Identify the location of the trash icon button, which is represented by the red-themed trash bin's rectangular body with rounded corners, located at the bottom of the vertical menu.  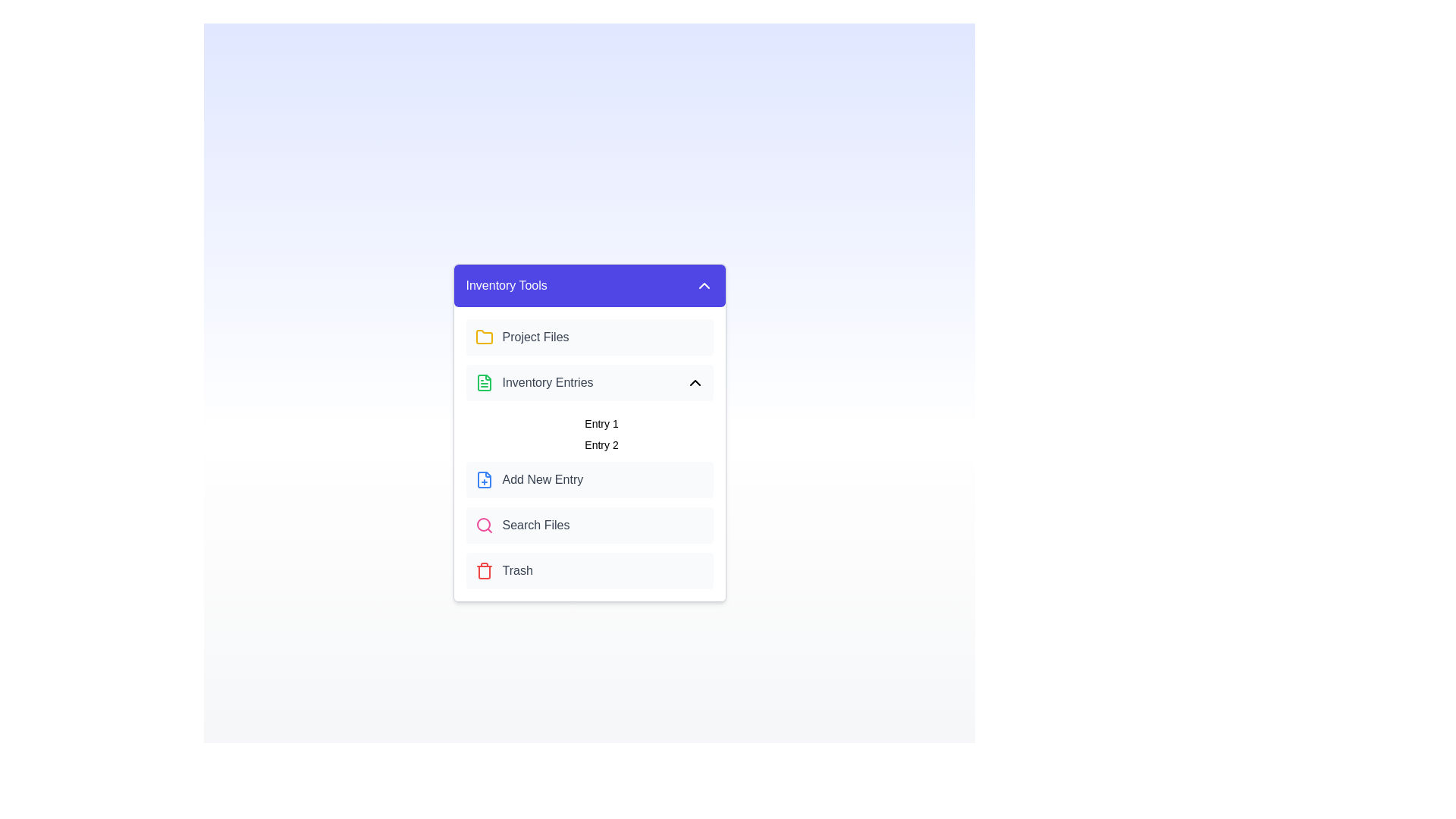
(483, 573).